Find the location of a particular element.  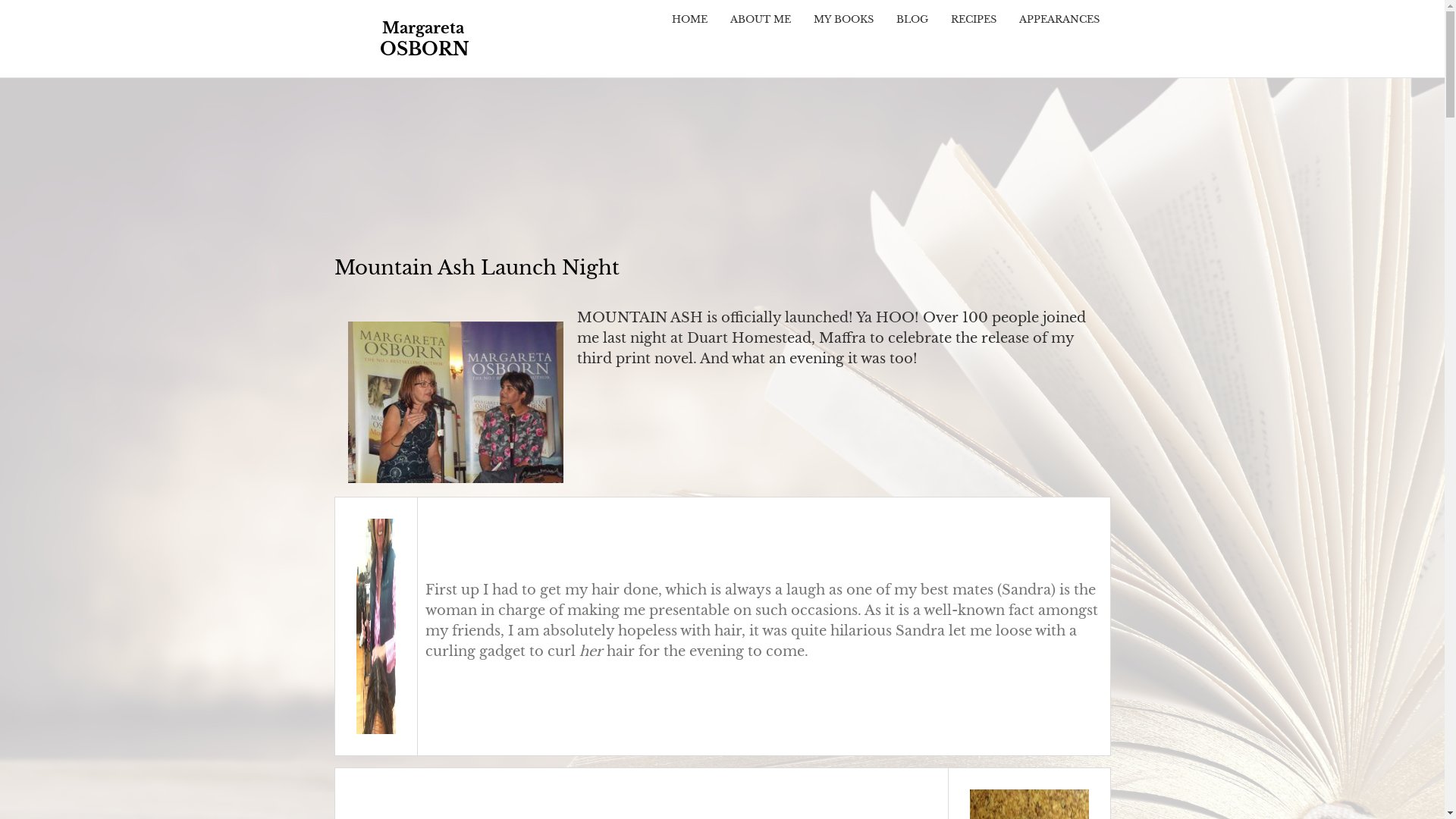

'RECIPES' is located at coordinates (972, 19).